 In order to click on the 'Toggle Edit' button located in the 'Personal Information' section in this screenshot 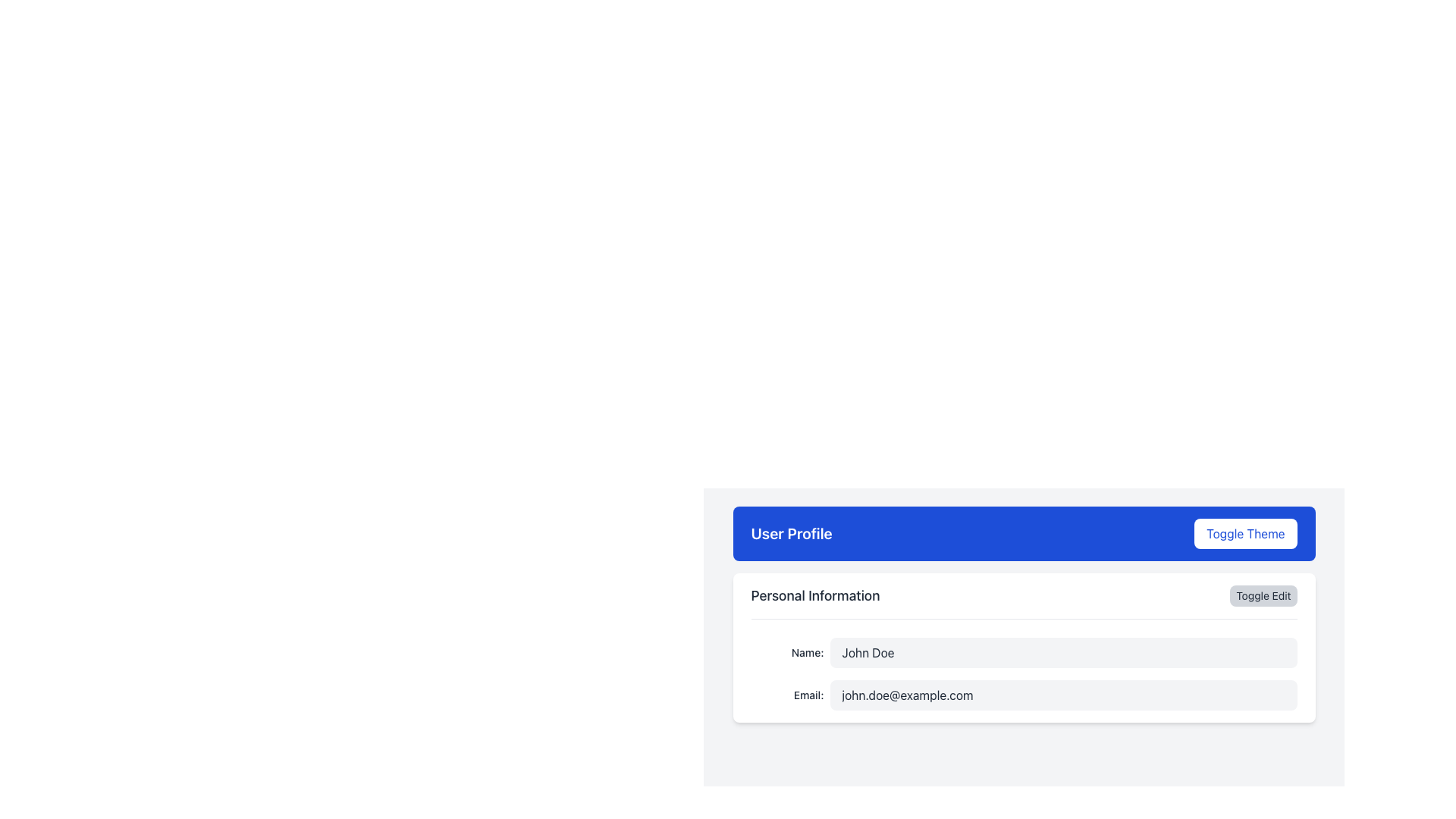, I will do `click(1263, 595)`.